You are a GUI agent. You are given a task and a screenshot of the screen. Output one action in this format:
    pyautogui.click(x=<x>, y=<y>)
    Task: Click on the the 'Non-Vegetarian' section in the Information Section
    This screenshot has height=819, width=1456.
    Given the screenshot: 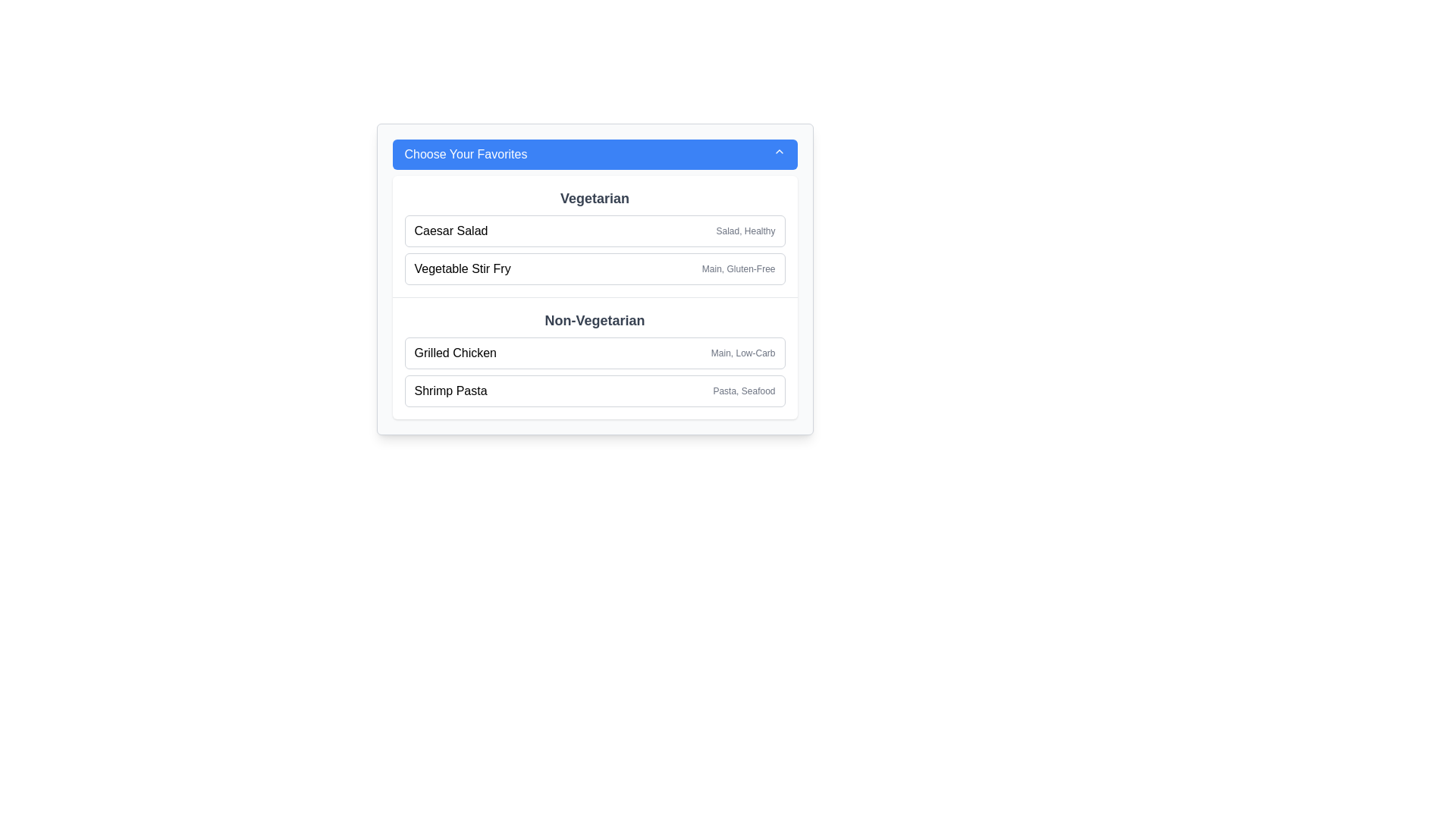 What is the action you would take?
    pyautogui.click(x=594, y=358)
    